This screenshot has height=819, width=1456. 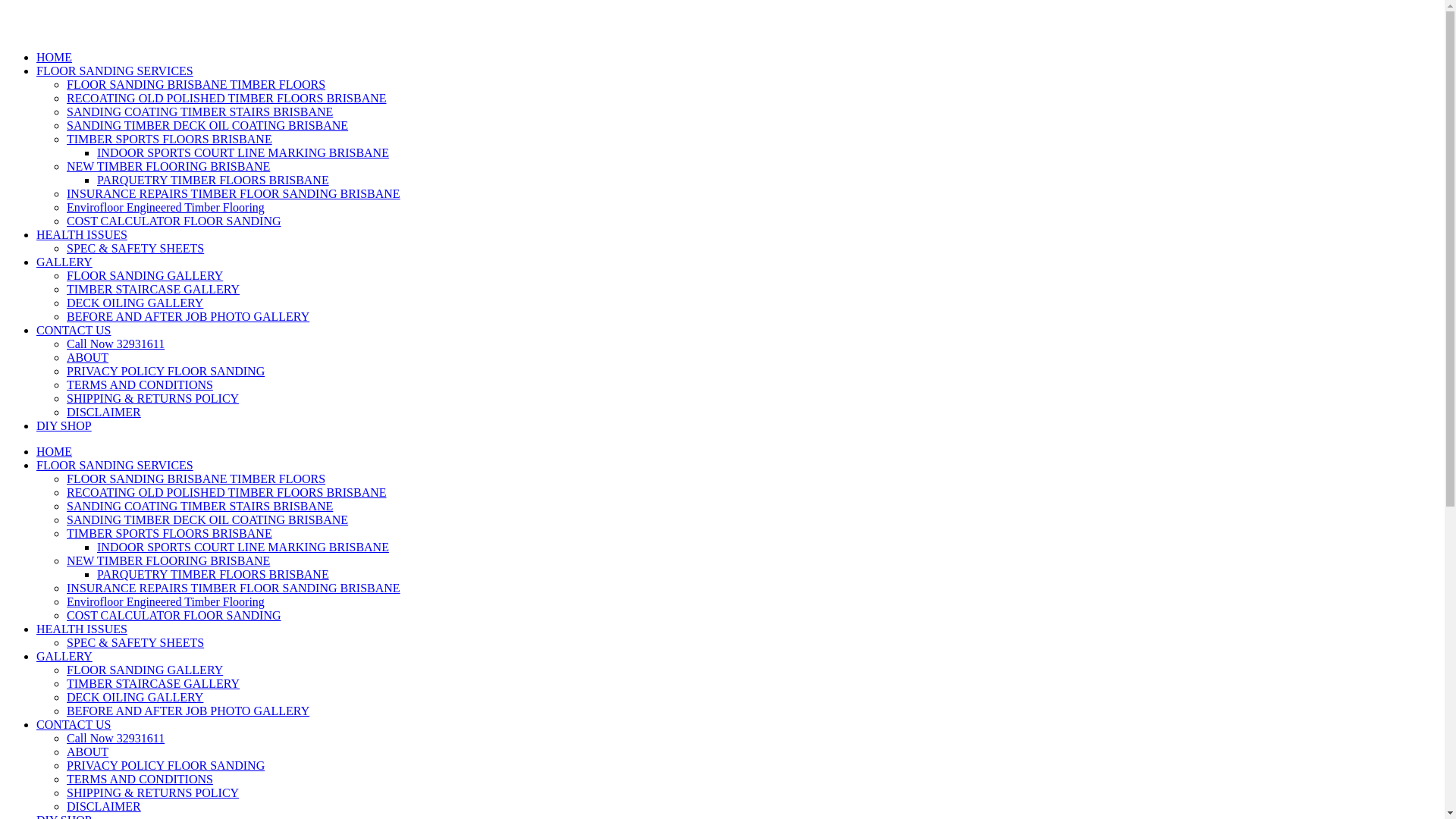 I want to click on 'COST CALCULATOR FLOOR SANDING', so click(x=174, y=615).